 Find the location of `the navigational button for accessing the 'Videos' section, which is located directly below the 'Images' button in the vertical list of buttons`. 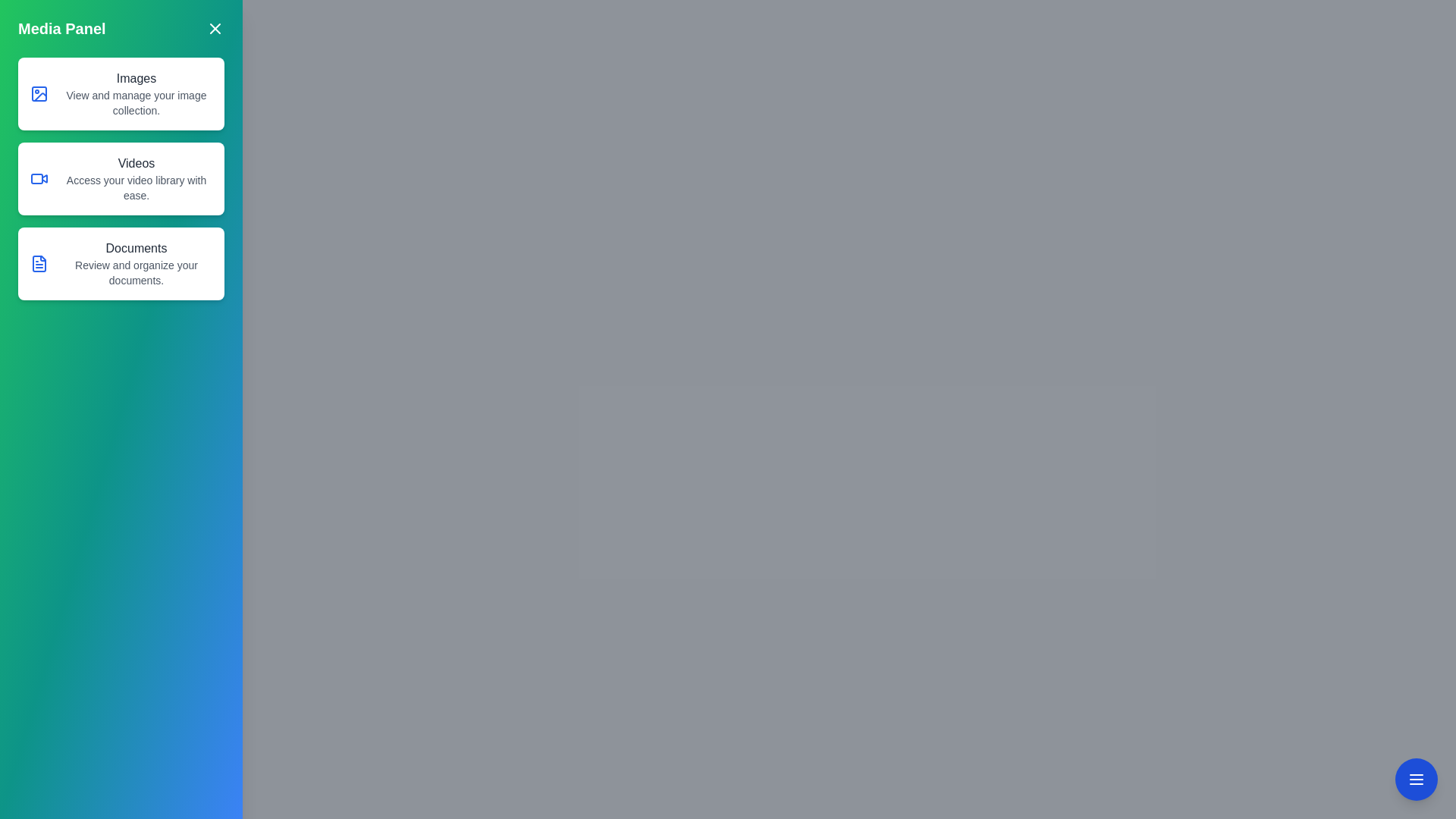

the navigational button for accessing the 'Videos' section, which is located directly below the 'Images' button in the vertical list of buttons is located at coordinates (120, 177).